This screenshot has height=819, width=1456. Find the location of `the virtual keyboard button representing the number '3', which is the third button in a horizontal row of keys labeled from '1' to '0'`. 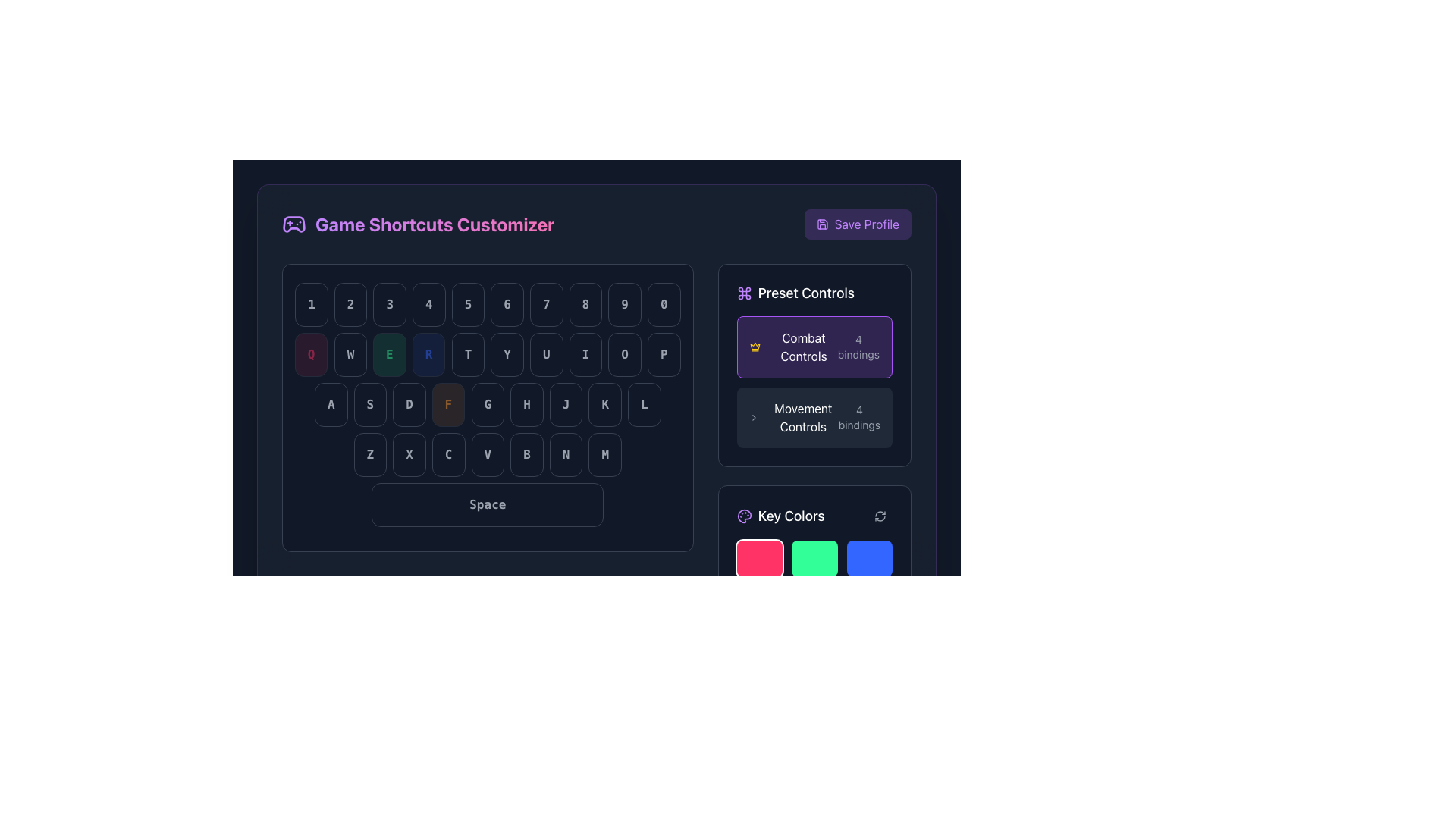

the virtual keyboard button representing the number '3', which is the third button in a horizontal row of keys labeled from '1' to '0' is located at coordinates (390, 304).